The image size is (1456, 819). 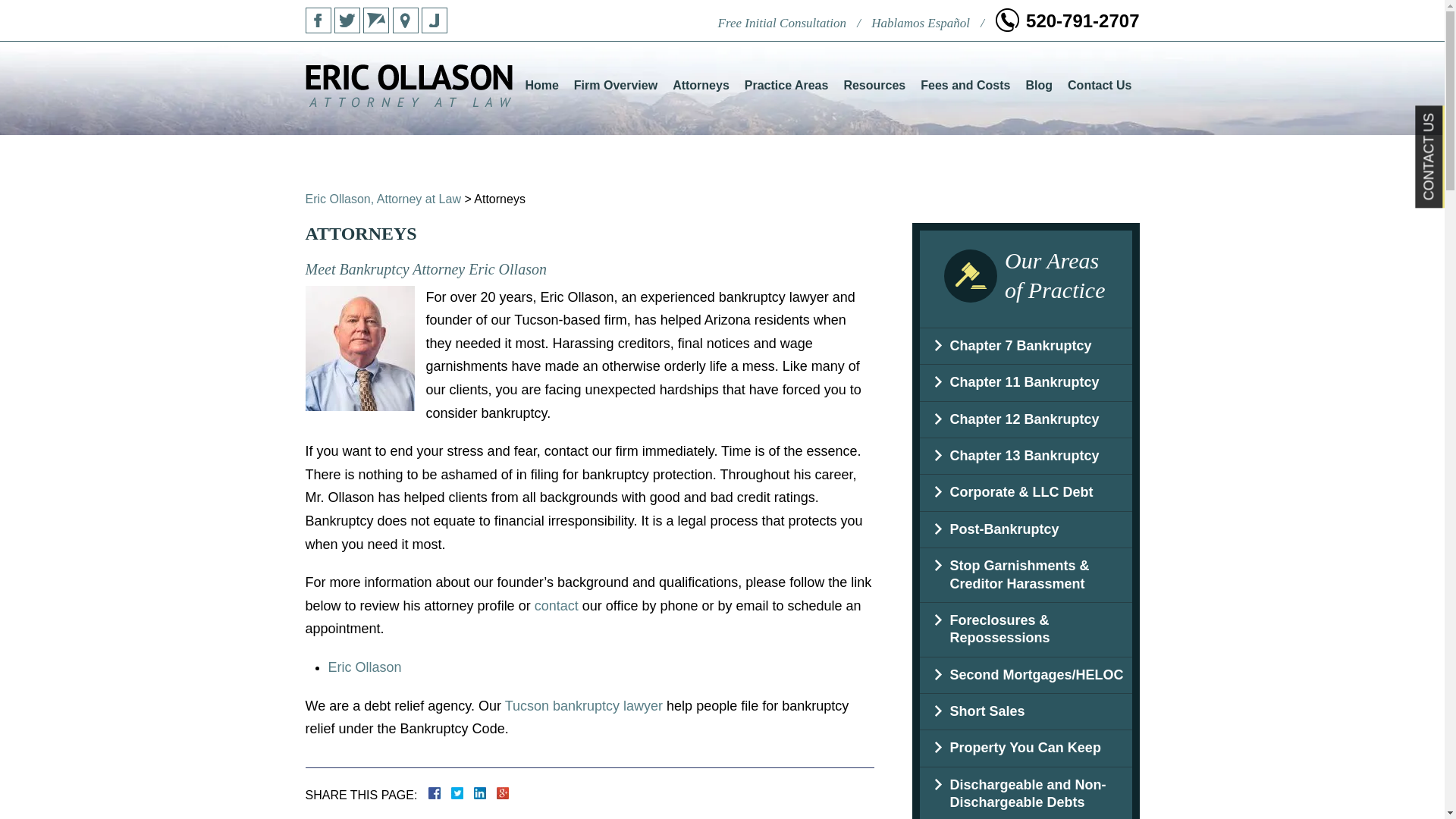 I want to click on 'Chapter 12 Bankruptcy', so click(x=1025, y=419).